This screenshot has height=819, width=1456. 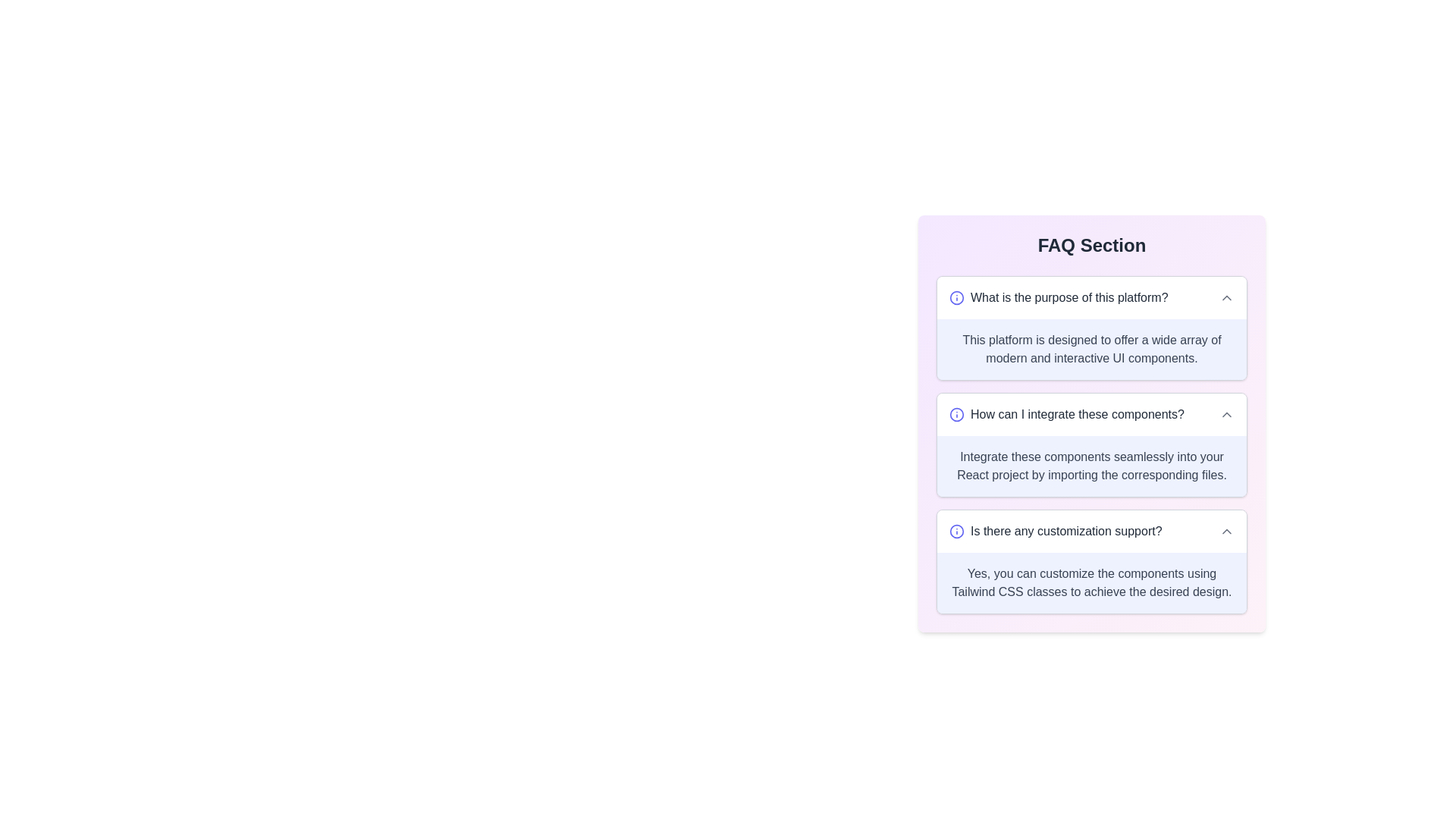 What do you see at coordinates (1226, 298) in the screenshot?
I see `the chevron-up icon button on the far-right side of the question item for 'What is the purpose of this platform?'` at bounding box center [1226, 298].